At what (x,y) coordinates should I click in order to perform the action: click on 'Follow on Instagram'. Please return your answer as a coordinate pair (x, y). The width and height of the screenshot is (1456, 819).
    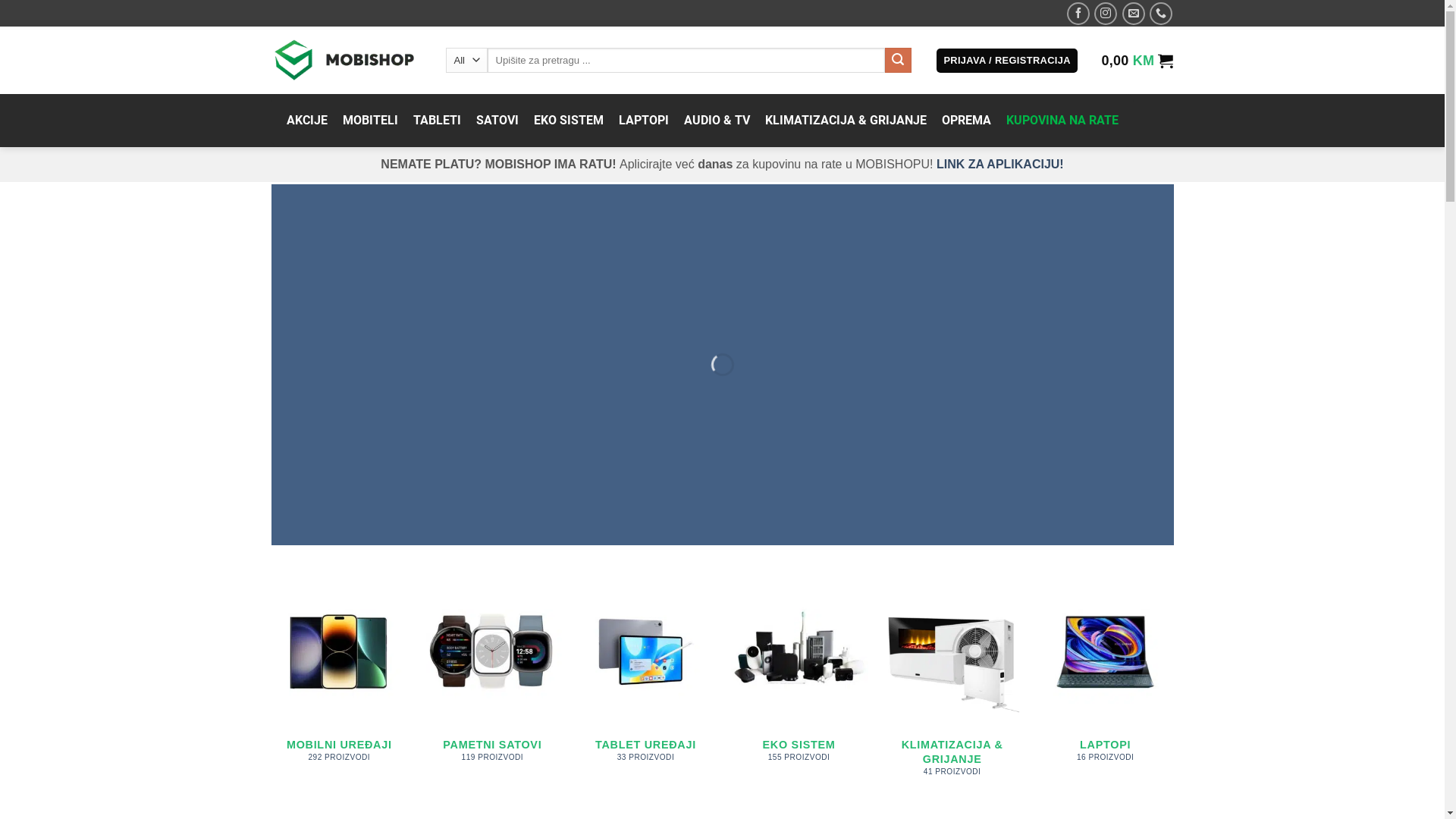
    Looking at the image, I should click on (1106, 12).